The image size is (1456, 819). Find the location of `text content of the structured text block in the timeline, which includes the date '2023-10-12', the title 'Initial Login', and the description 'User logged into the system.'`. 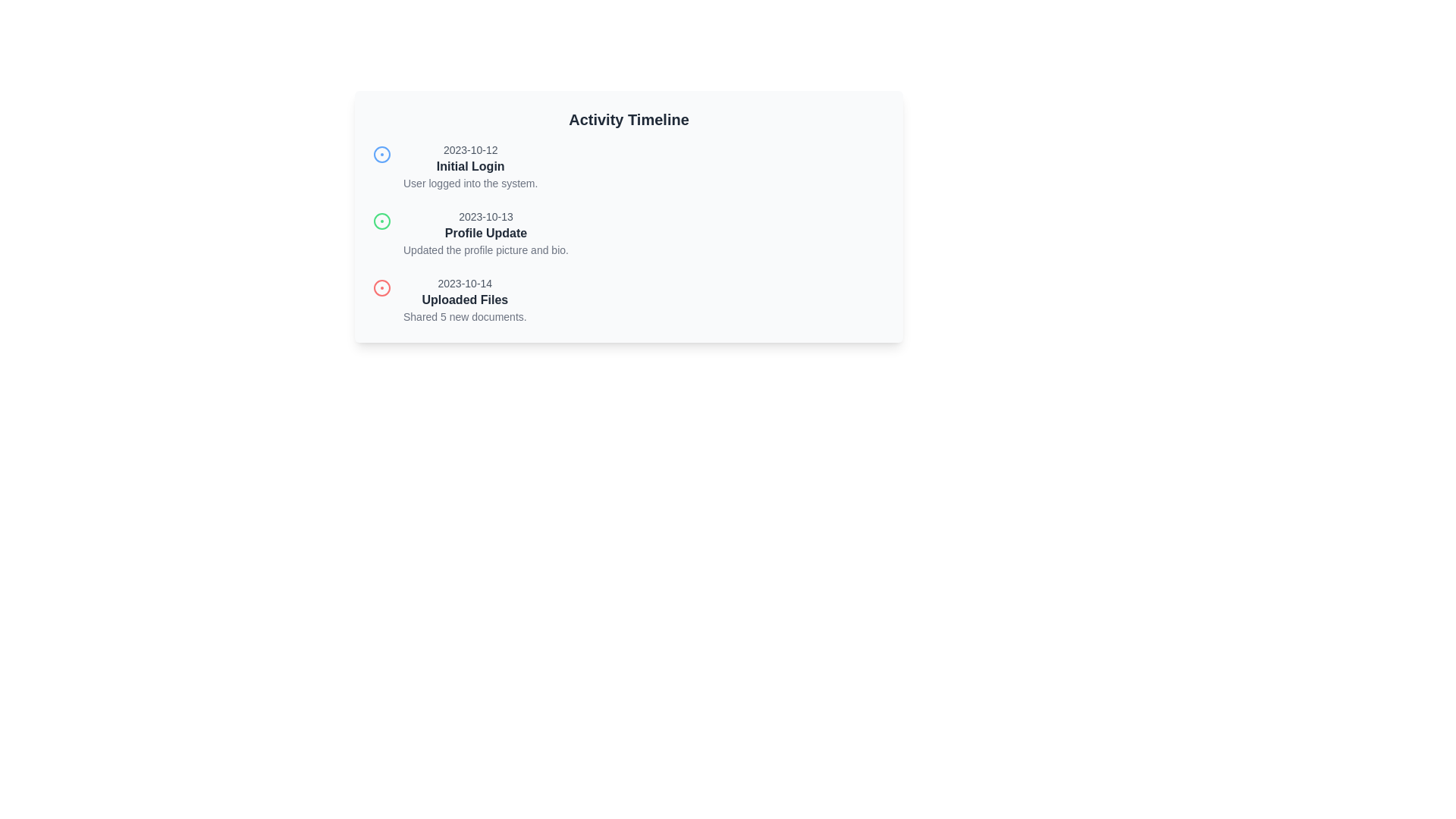

text content of the structured text block in the timeline, which includes the date '2023-10-12', the title 'Initial Login', and the description 'User logged into the system.' is located at coordinates (469, 166).